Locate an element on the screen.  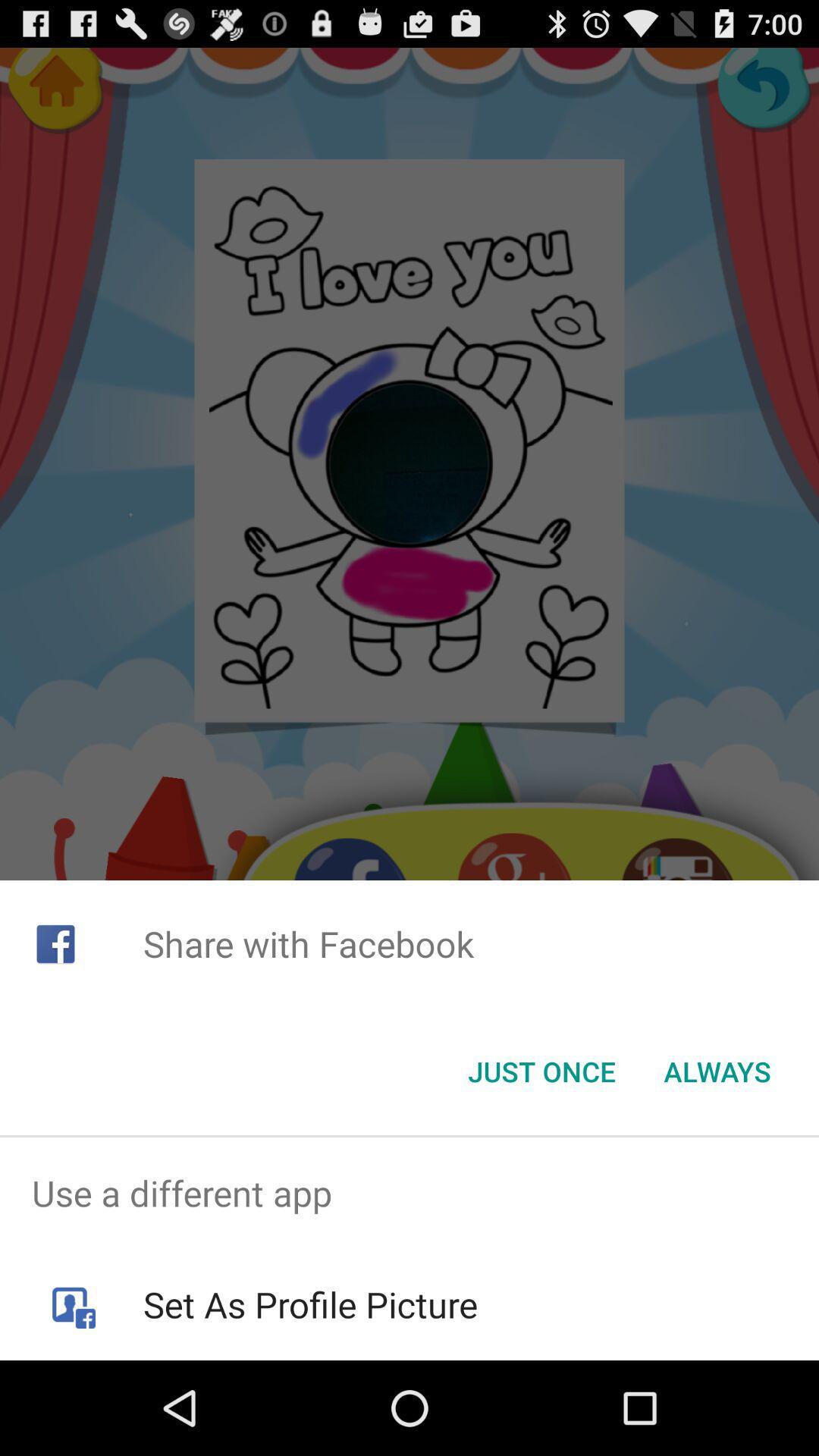
the button to the left of the always button is located at coordinates (541, 1070).